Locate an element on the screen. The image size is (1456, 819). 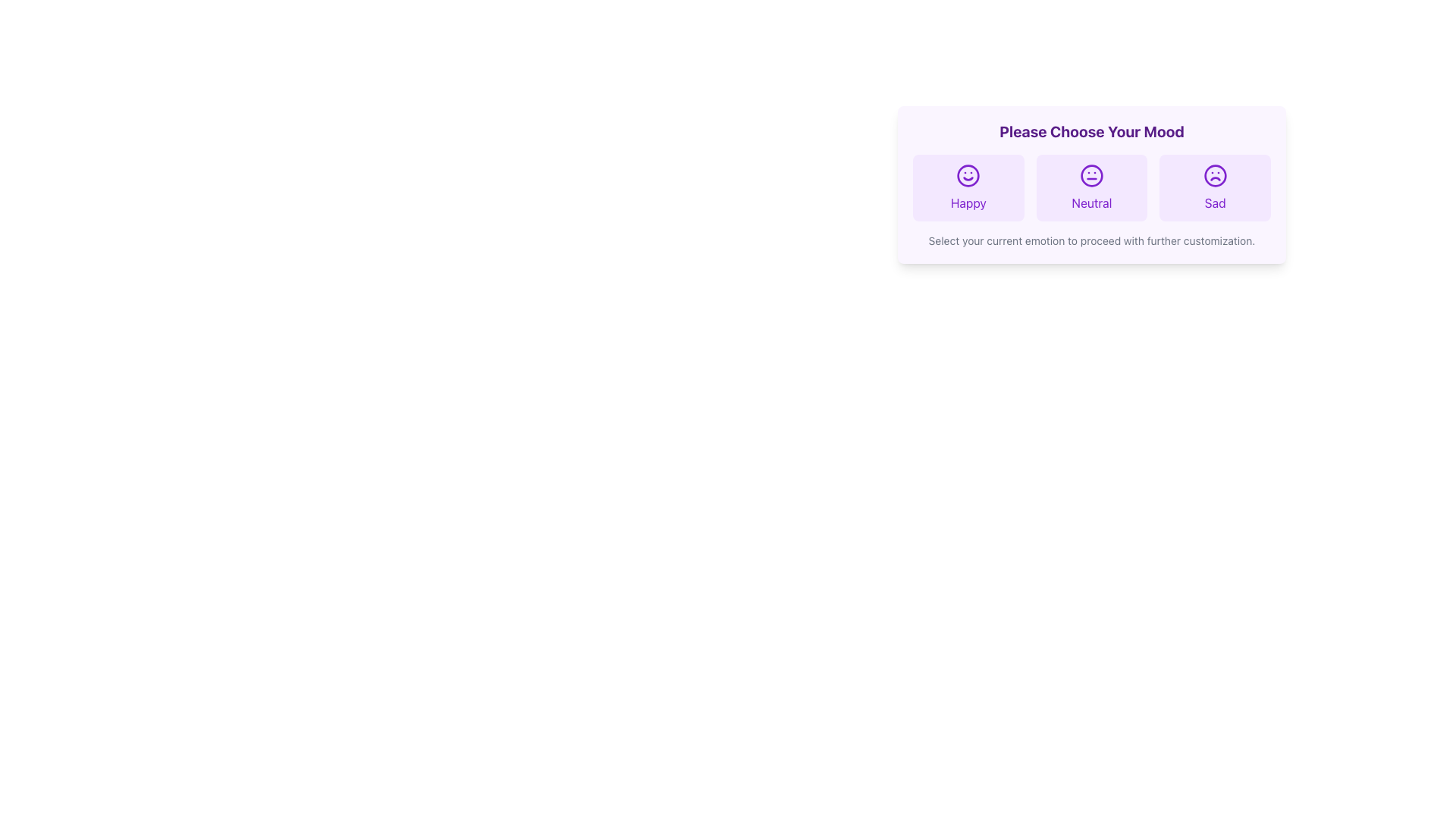
the centered 'Neutral' mood button with a purple outline and background is located at coordinates (1092, 187).